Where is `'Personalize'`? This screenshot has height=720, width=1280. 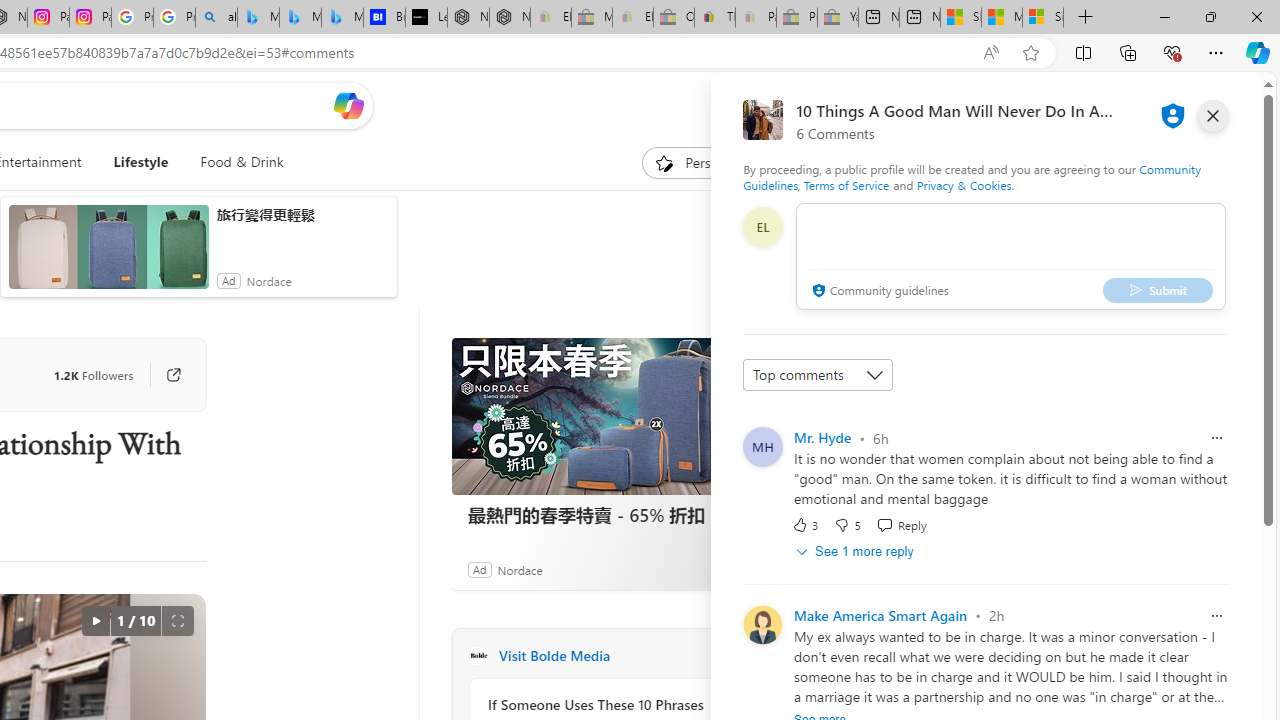 'Personalize' is located at coordinates (704, 162).